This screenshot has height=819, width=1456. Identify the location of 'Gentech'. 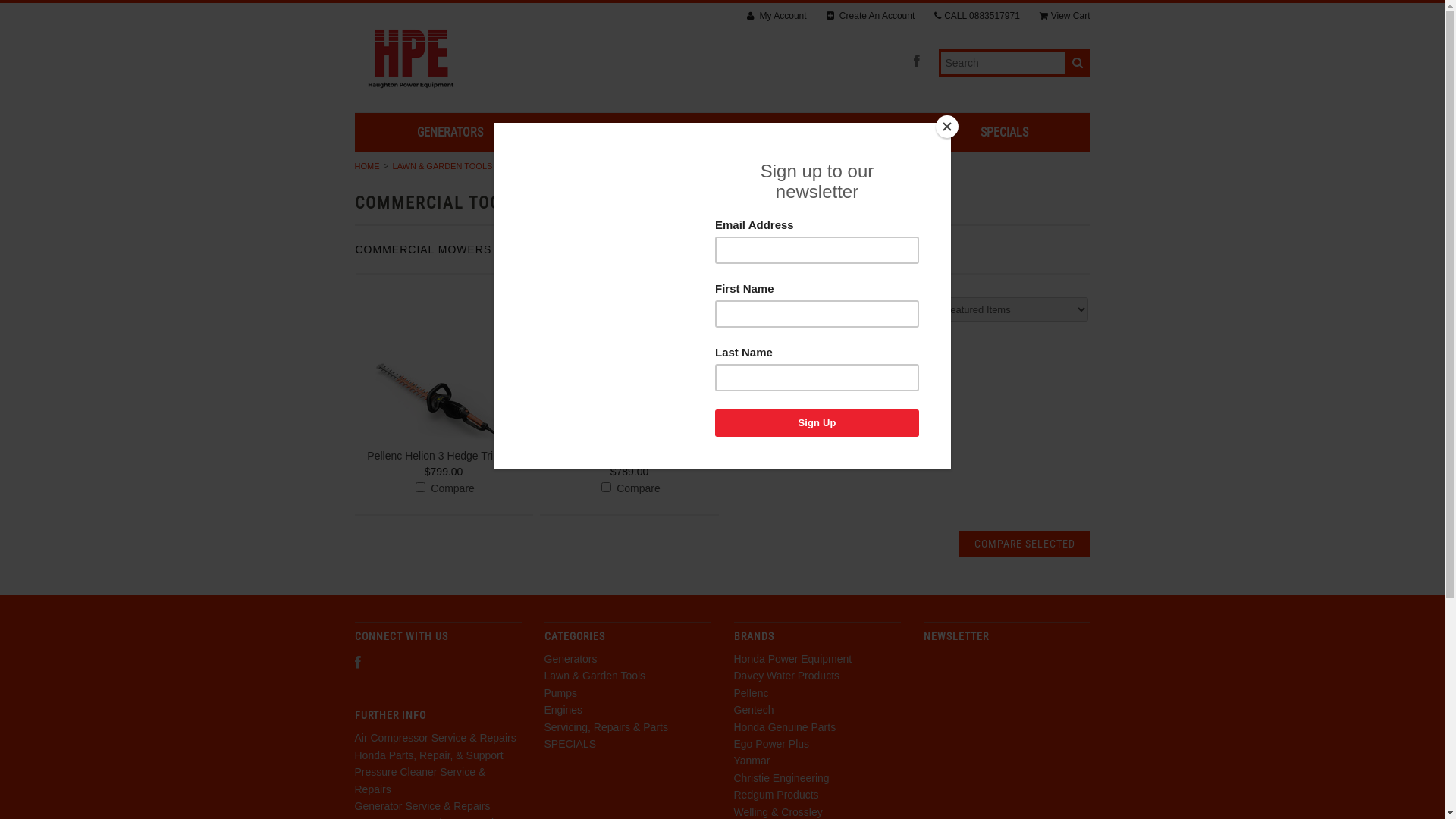
(754, 710).